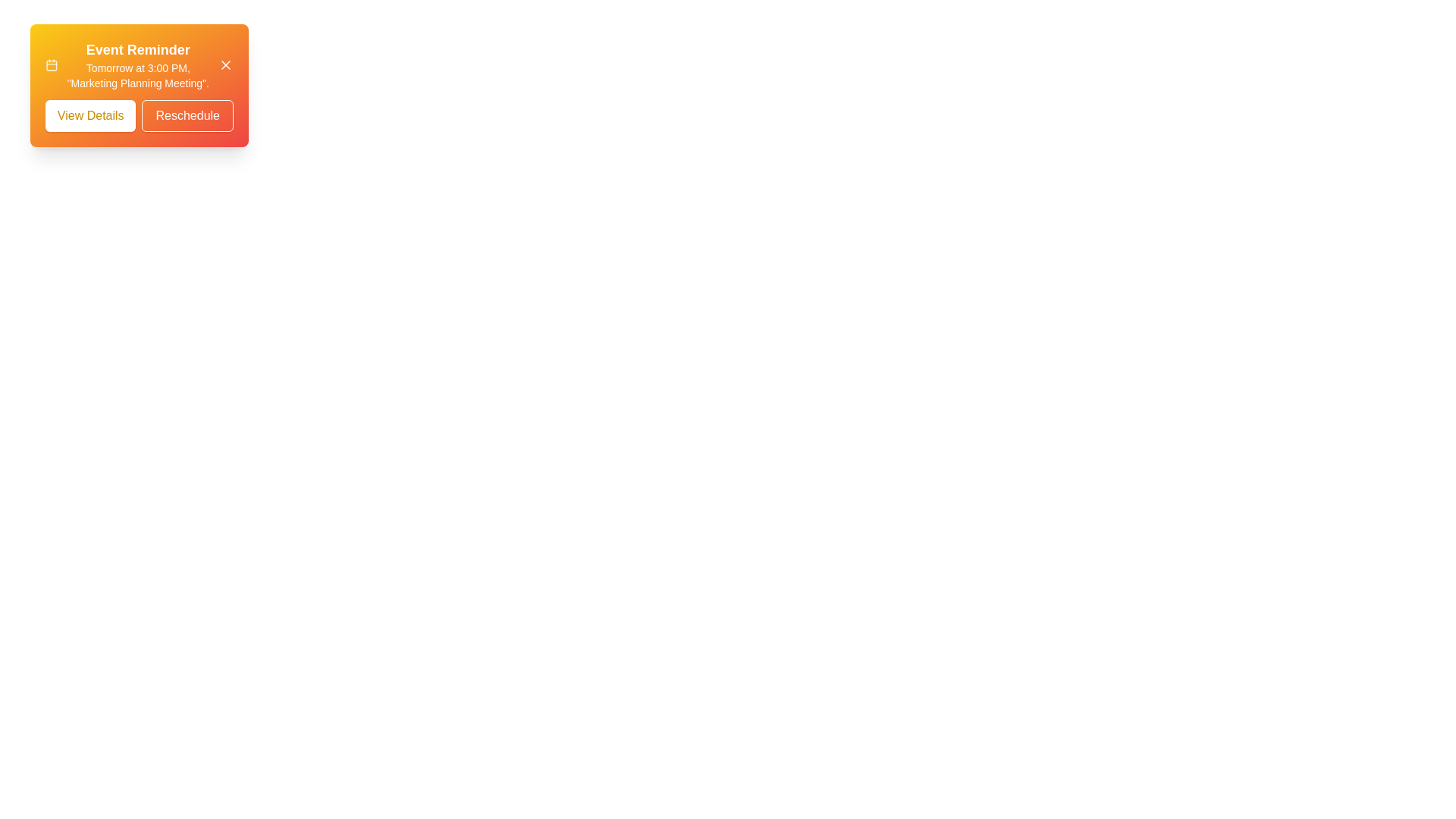  Describe the element at coordinates (186, 115) in the screenshot. I see `'Reschedule' button to reschedule the event` at that location.